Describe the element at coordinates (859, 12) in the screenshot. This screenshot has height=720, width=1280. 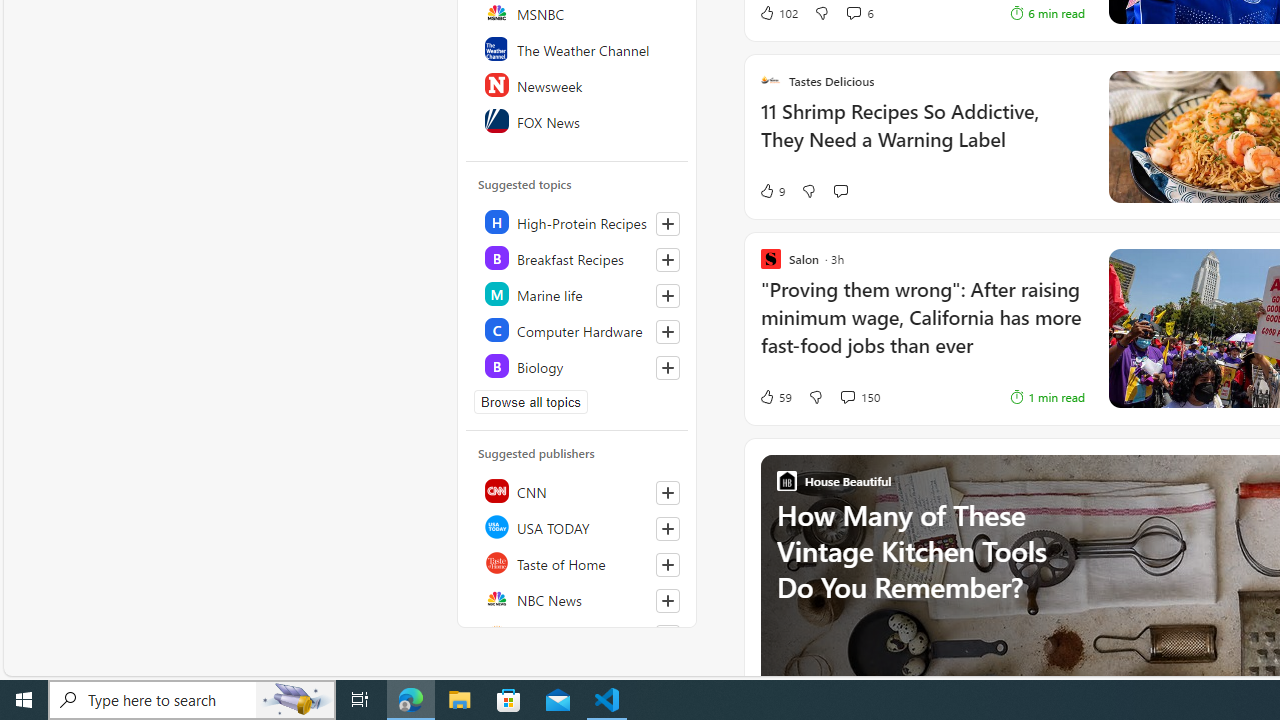
I see `'View comments 6 Comment'` at that location.